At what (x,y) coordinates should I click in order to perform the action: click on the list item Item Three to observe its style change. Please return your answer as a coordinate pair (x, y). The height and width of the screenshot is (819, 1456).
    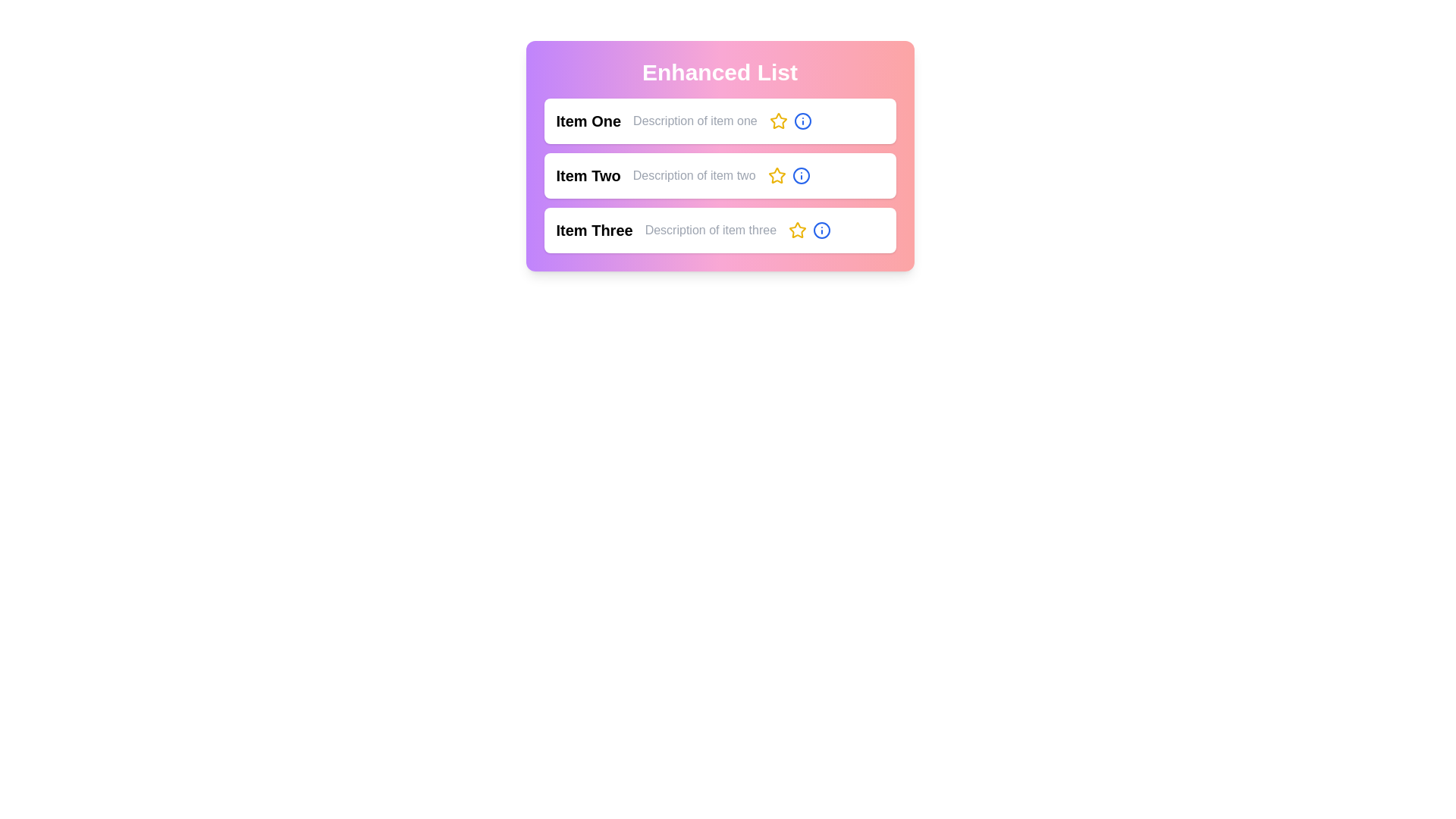
    Looking at the image, I should click on (719, 231).